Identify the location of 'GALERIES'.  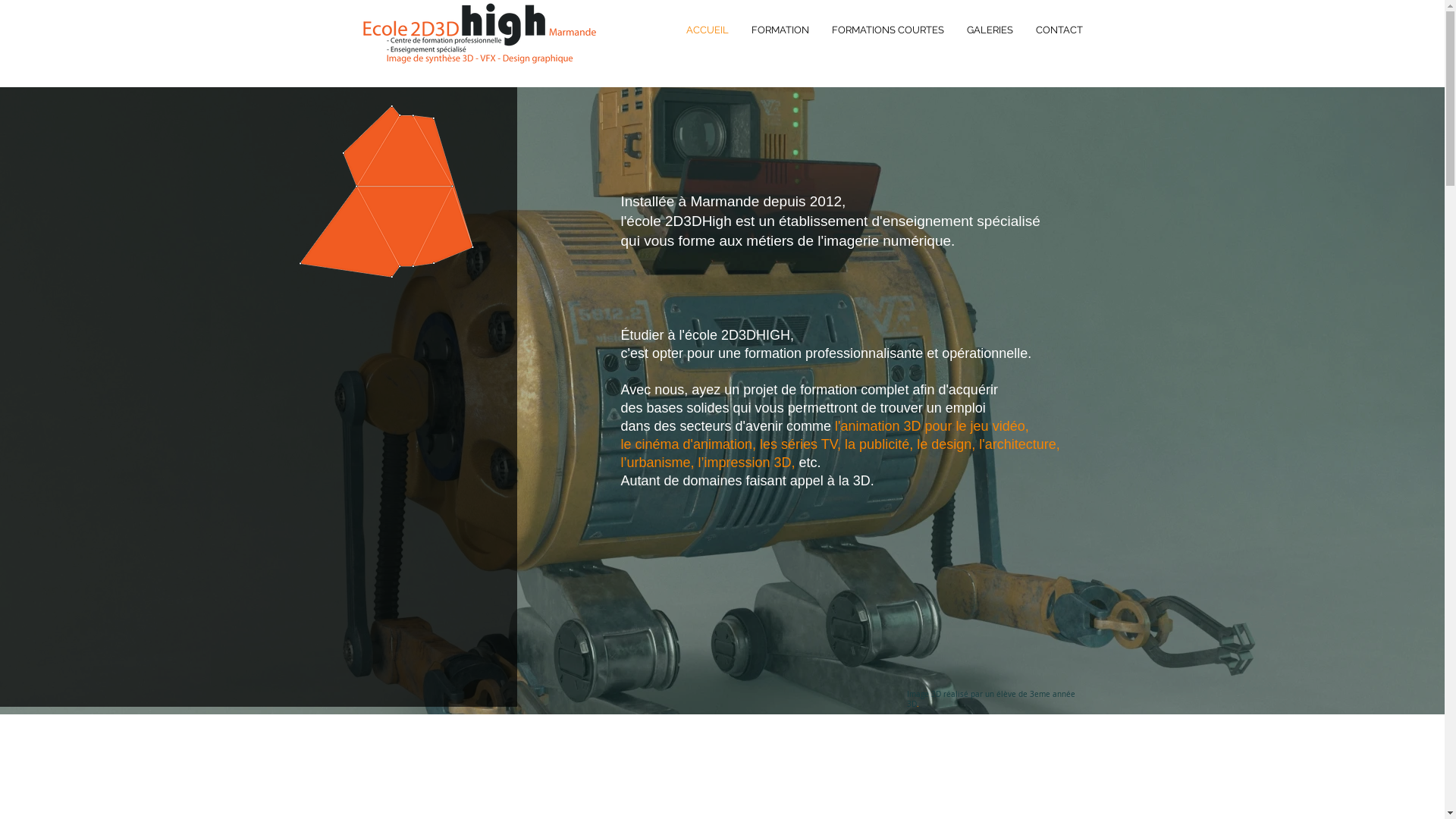
(954, 30).